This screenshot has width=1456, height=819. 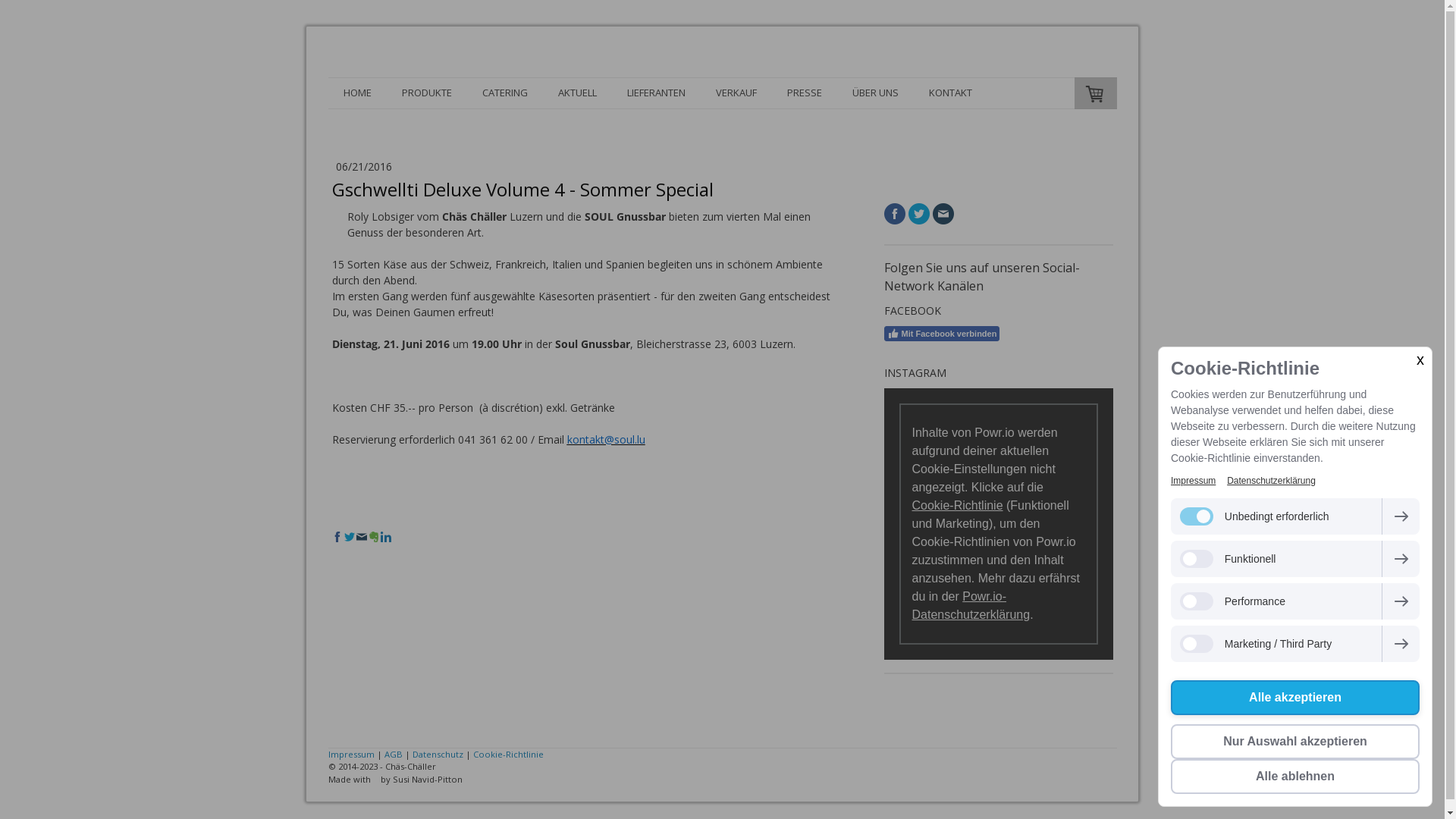 I want to click on 'E-Mail', so click(x=942, y=213).